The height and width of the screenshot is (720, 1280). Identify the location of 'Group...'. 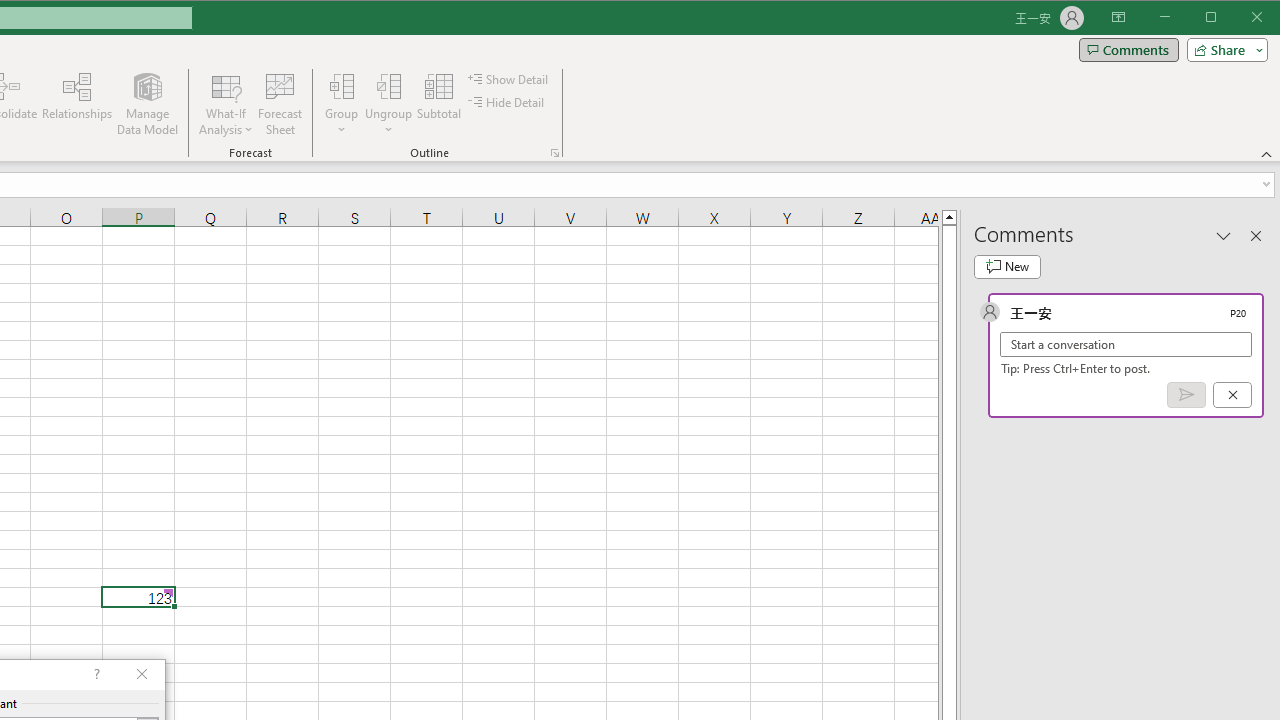
(342, 85).